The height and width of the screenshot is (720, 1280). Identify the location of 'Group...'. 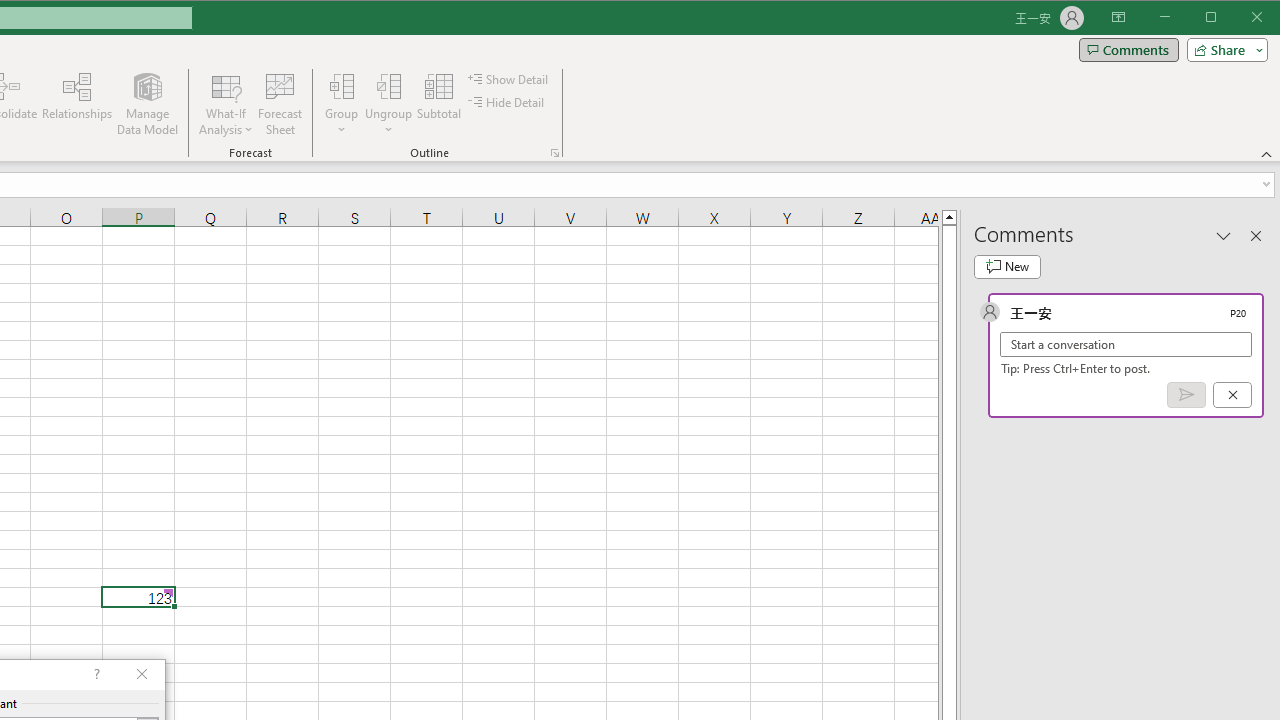
(342, 85).